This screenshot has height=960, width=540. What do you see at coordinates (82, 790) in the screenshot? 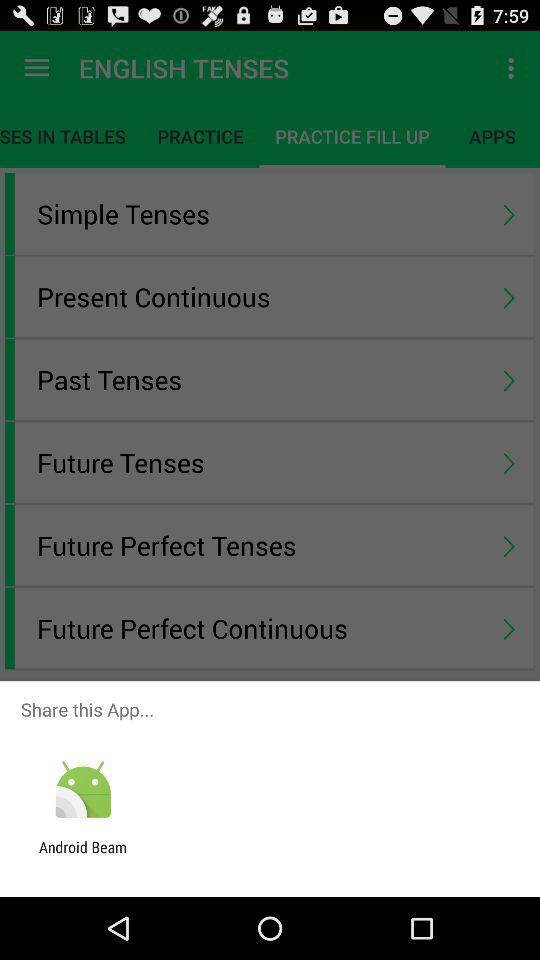
I see `the item above android beam app` at bounding box center [82, 790].